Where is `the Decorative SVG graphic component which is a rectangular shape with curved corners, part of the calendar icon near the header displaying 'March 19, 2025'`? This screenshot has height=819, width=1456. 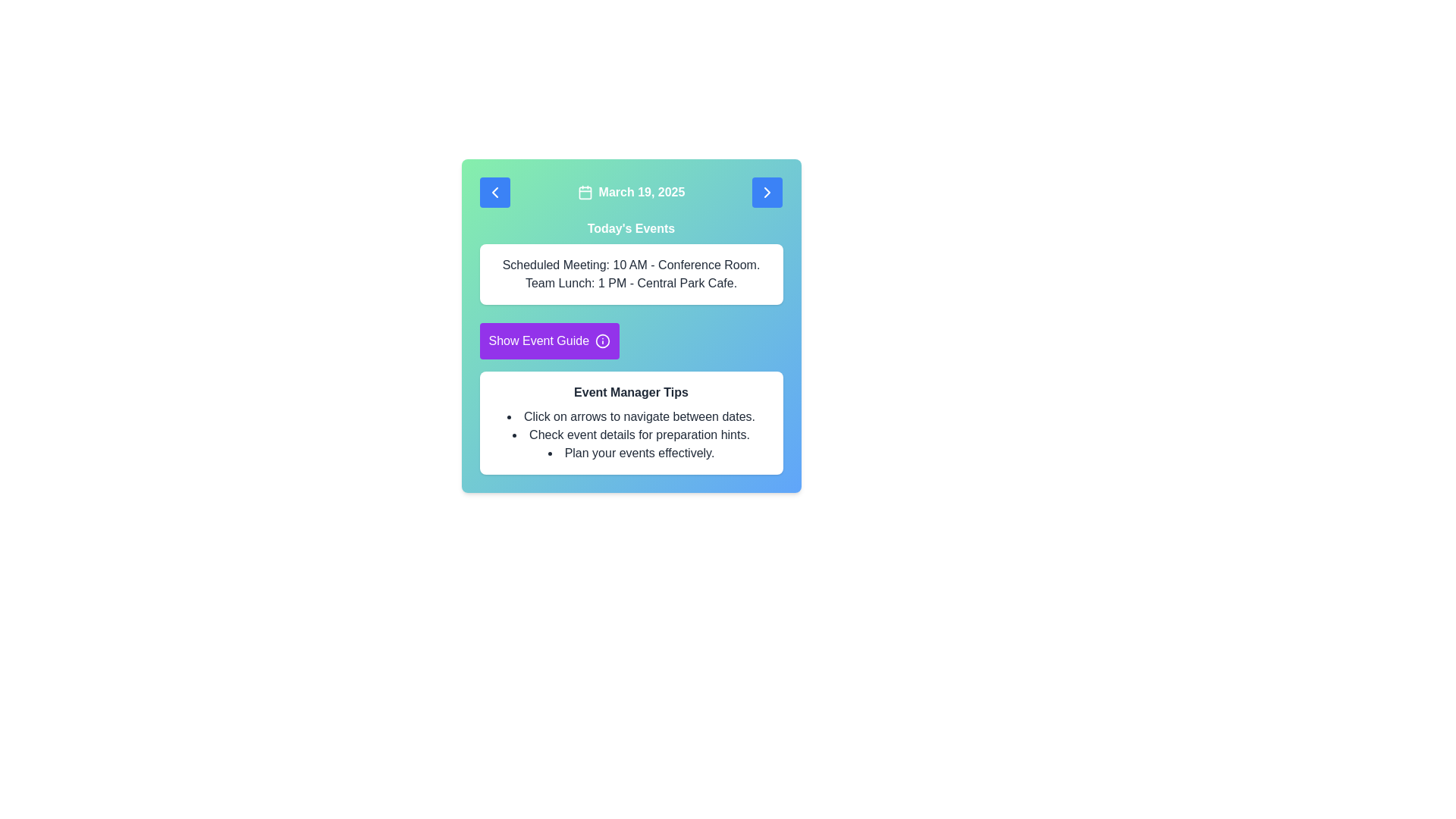
the Decorative SVG graphic component which is a rectangular shape with curved corners, part of the calendar icon near the header displaying 'March 19, 2025' is located at coordinates (584, 192).